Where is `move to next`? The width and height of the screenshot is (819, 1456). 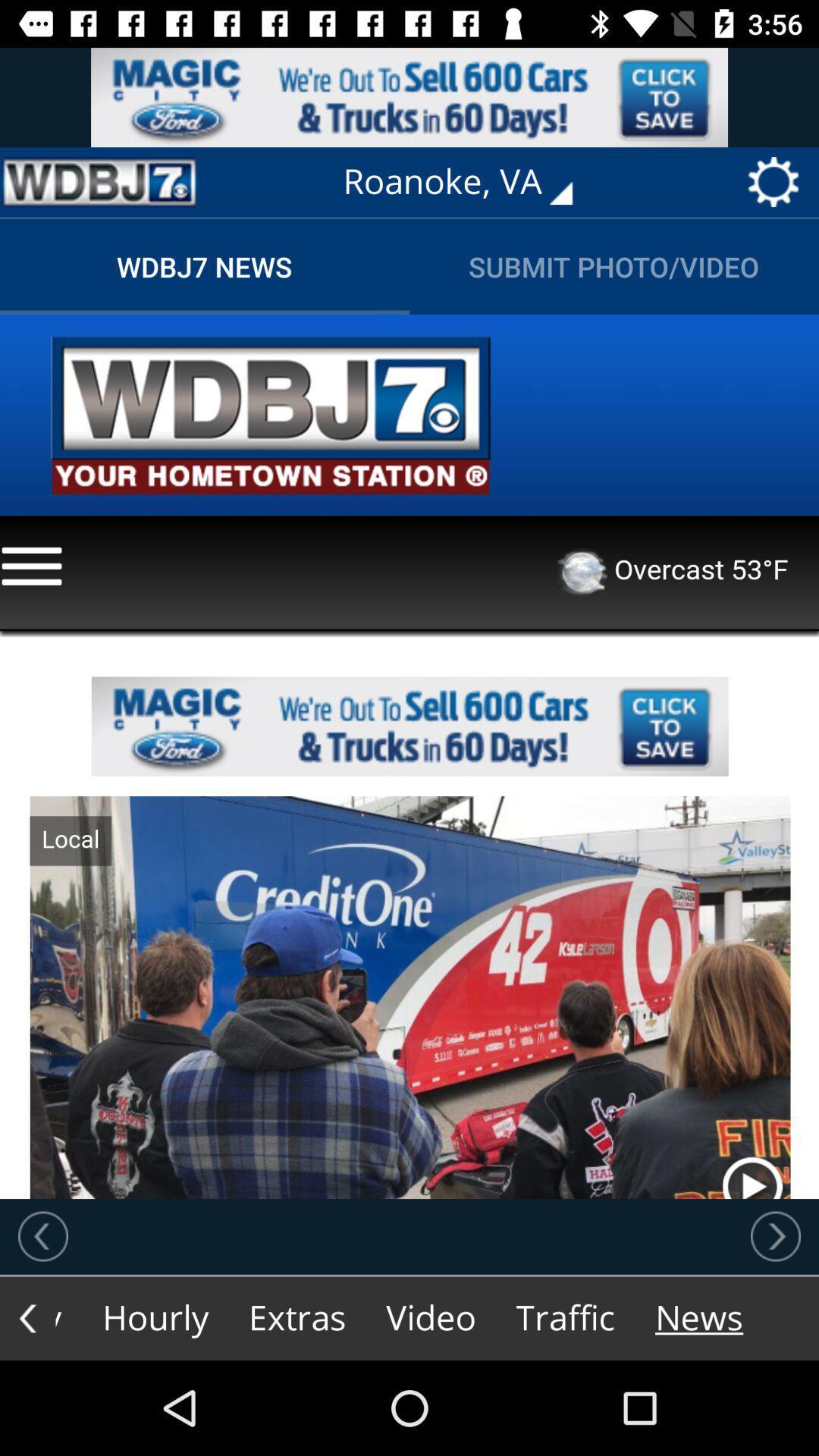
move to next is located at coordinates (775, 1236).